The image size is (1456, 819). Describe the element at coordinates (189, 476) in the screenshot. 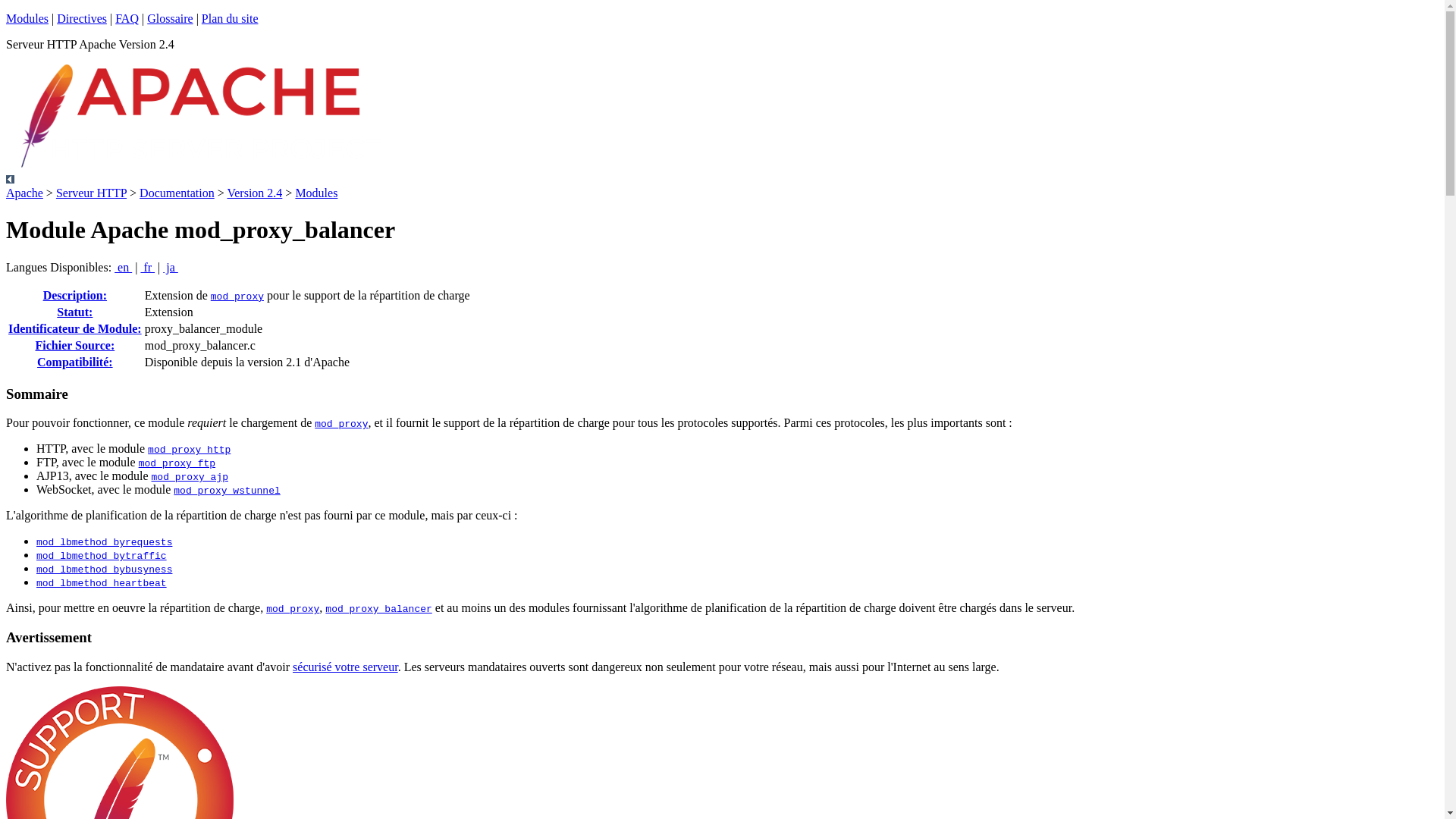

I see `'mod_proxy_ajp'` at that location.